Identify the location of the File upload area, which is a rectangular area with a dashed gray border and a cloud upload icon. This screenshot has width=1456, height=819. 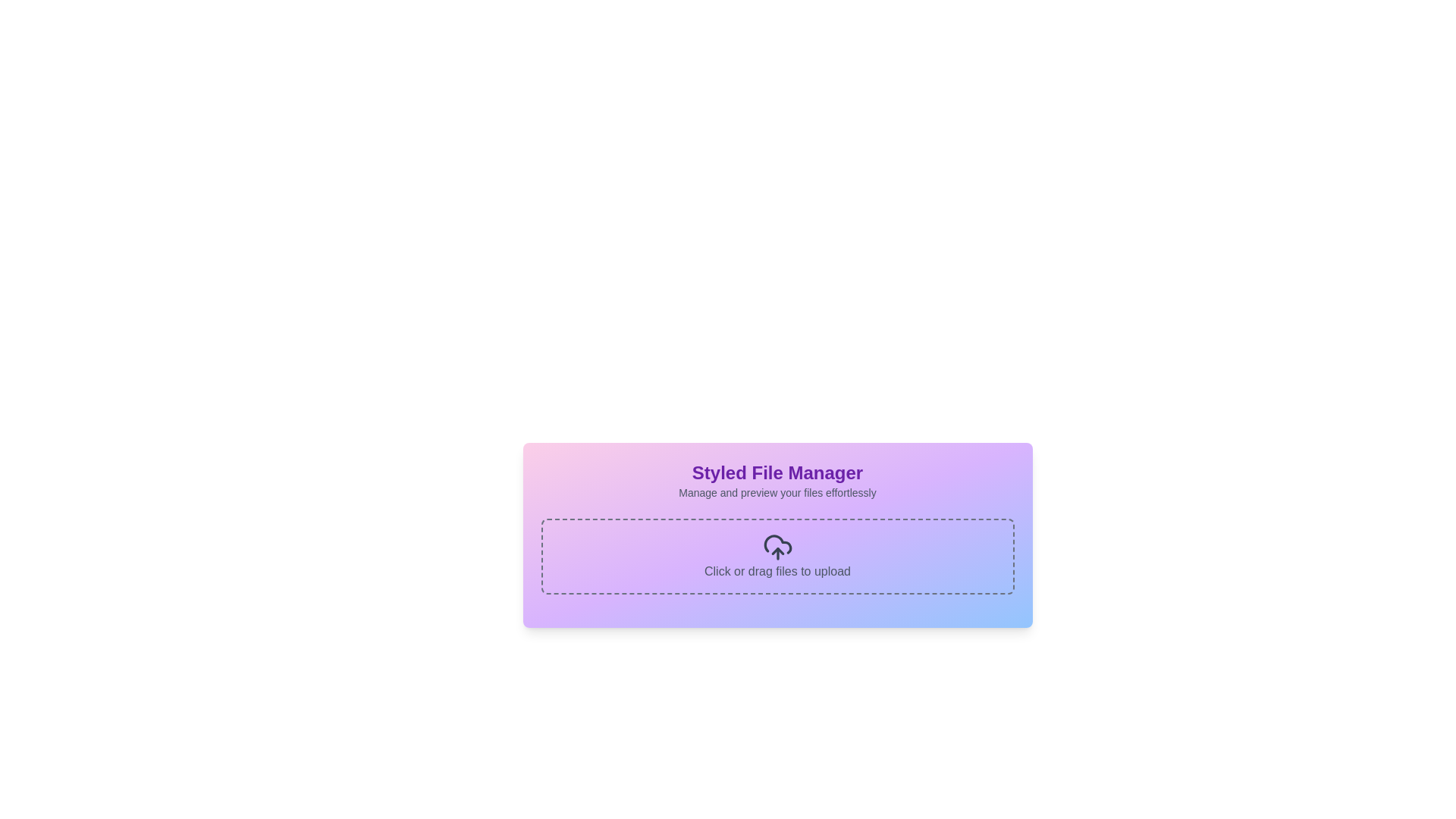
(777, 556).